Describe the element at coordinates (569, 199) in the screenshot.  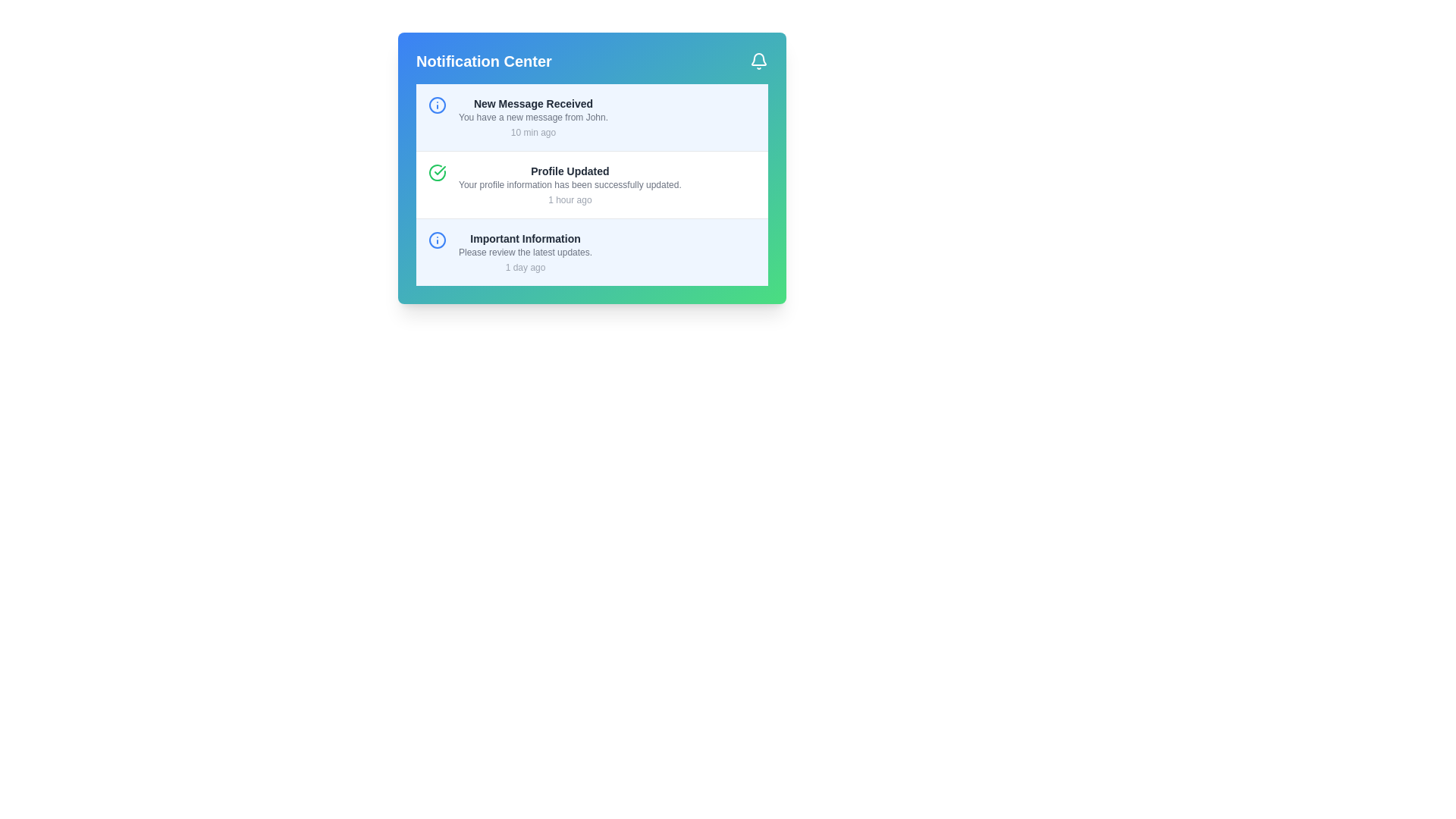
I see `the Text Label displaying the elapsed time for the 'Profile Updated' notification, located in the lower-right segment of the notification card` at that location.